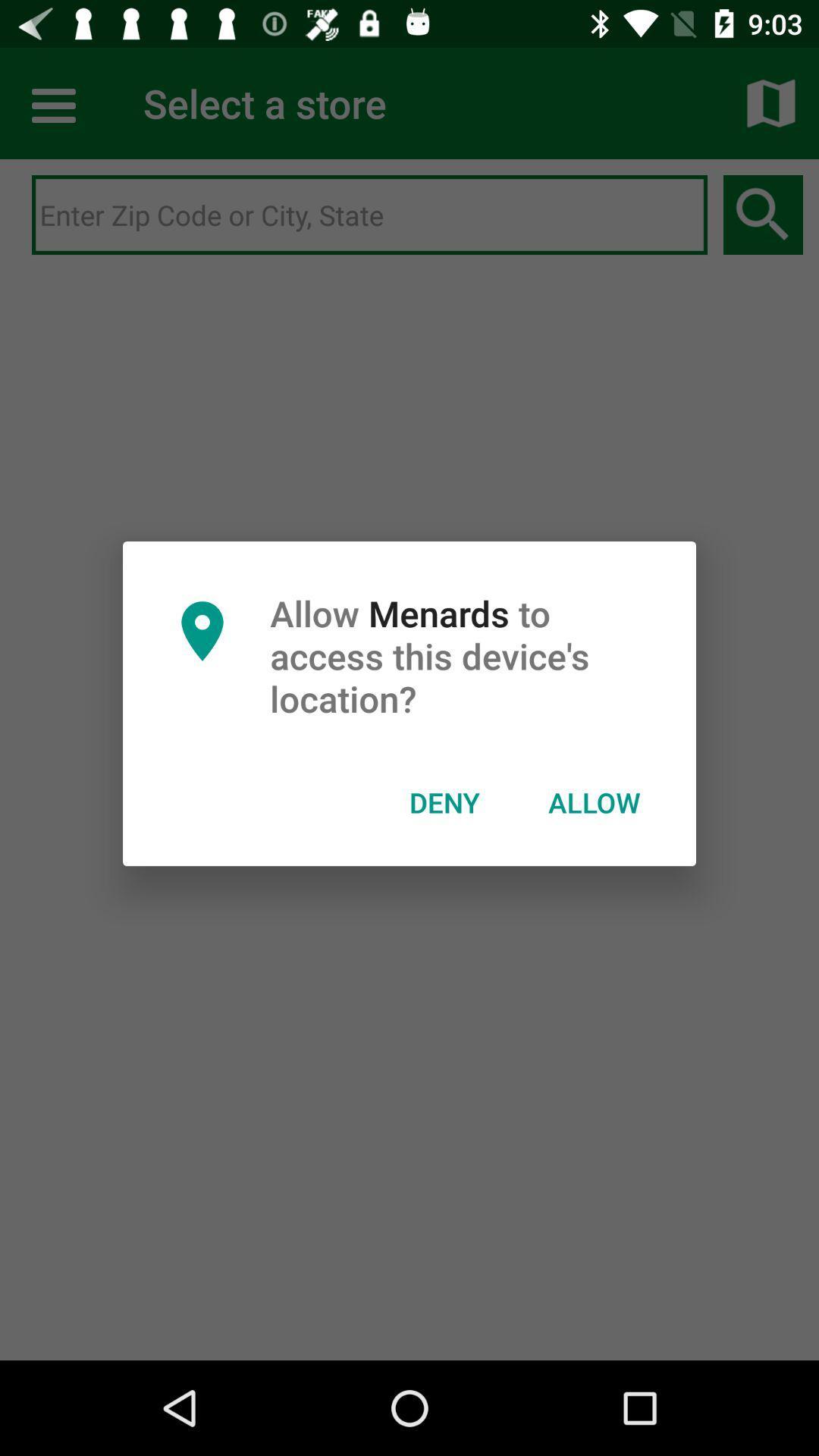 Image resolution: width=819 pixels, height=1456 pixels. Describe the element at coordinates (55, 102) in the screenshot. I see `menu options` at that location.